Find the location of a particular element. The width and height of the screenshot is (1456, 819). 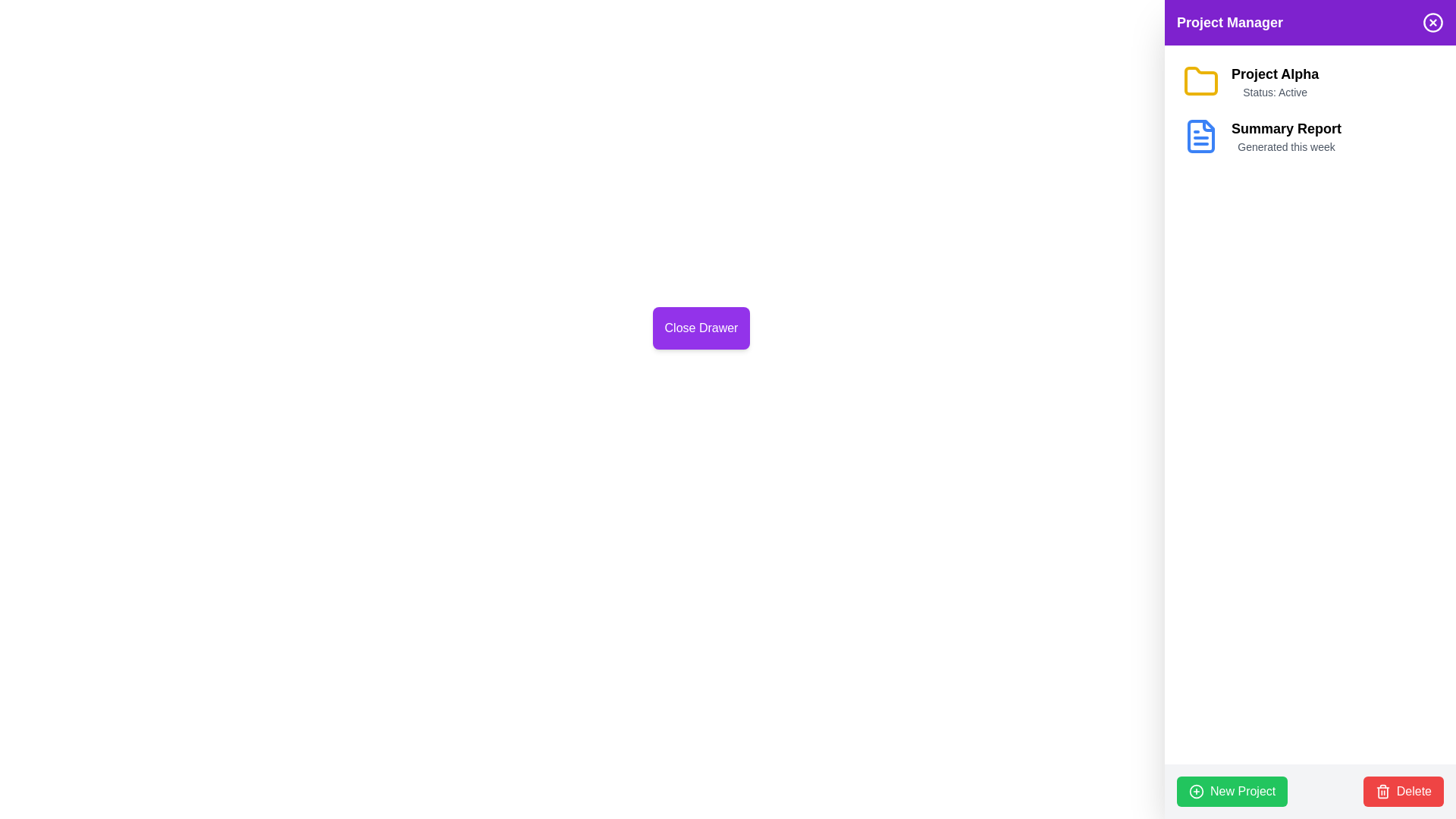

the blue document icon representing the 'Summary Report' entry located in the 'Project Manager' panel, which is positioned to the left of the 'Summary Report' text and above the description 'Generated this week' is located at coordinates (1200, 136).